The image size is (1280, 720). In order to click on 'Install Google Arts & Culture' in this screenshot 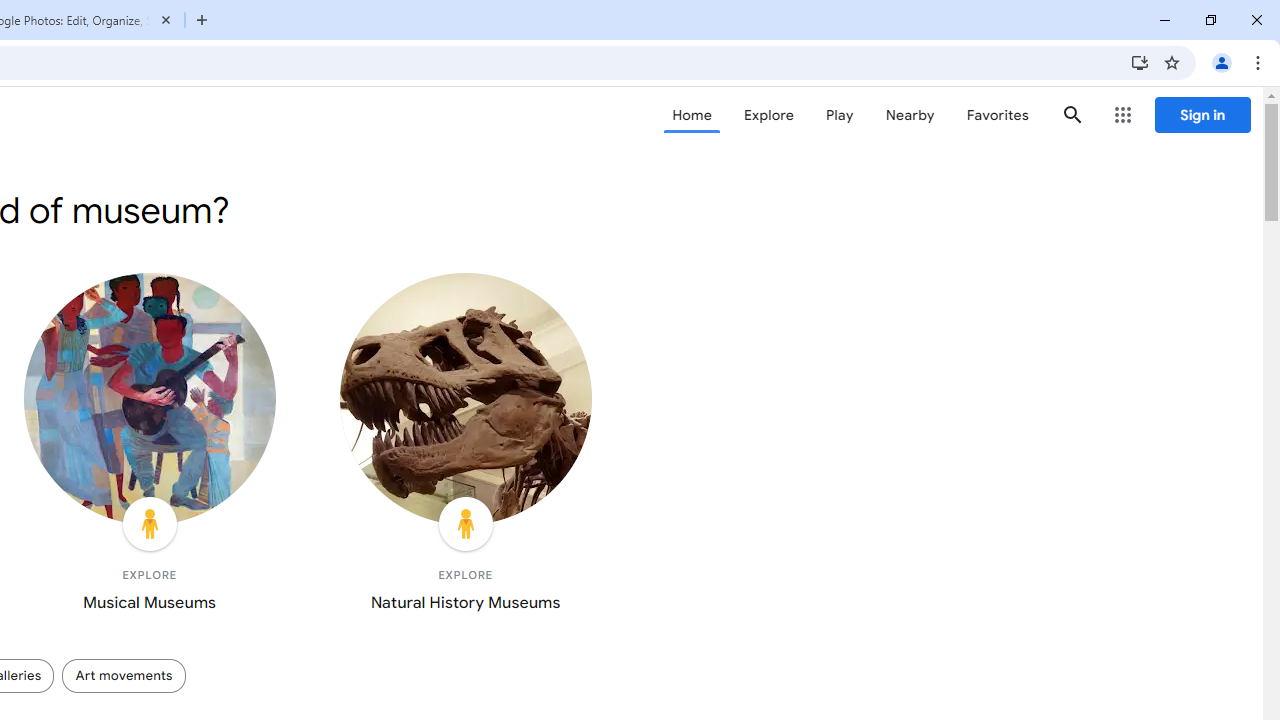, I will do `click(1139, 61)`.